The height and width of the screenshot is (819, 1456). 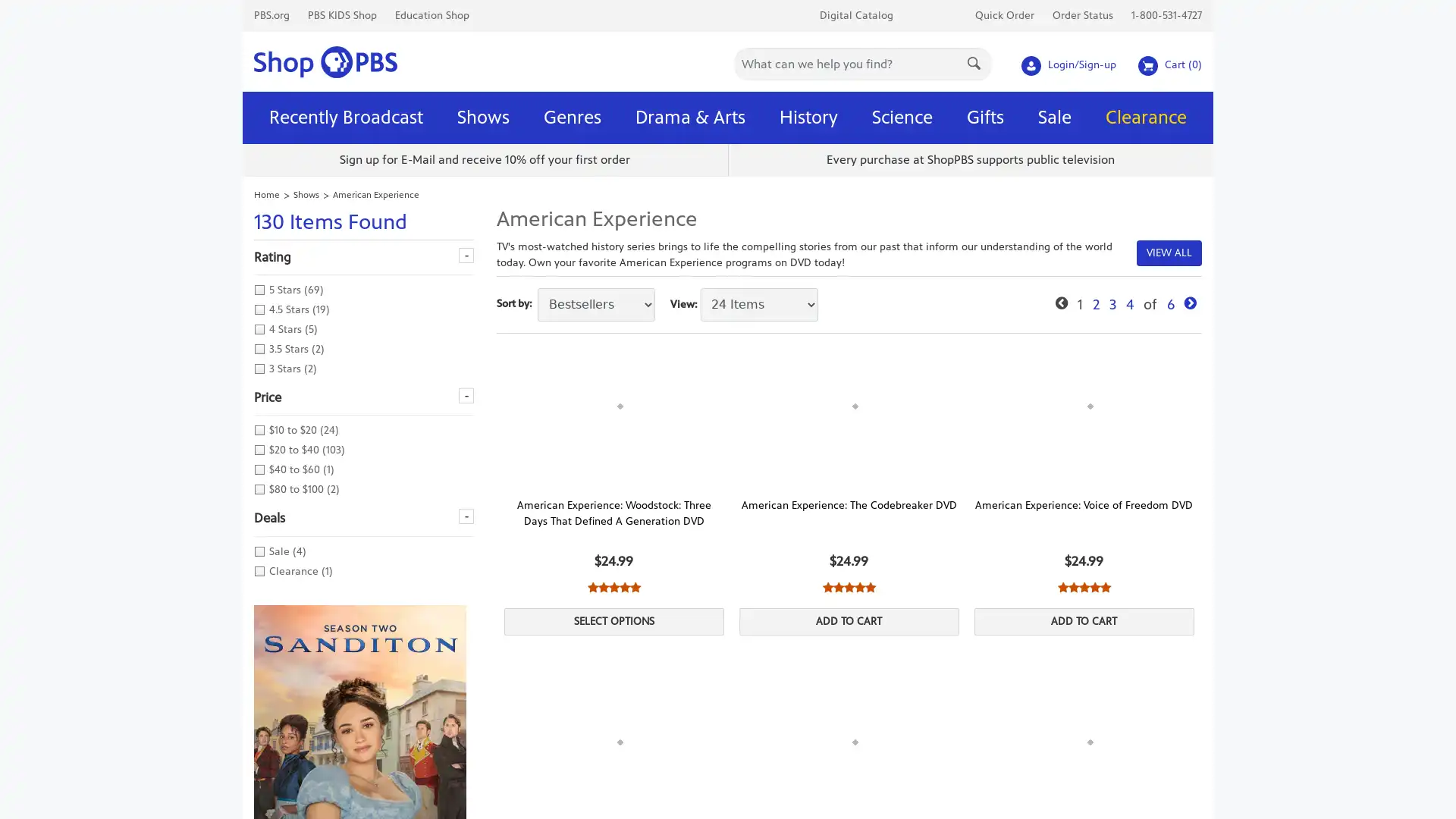 I want to click on Close, so click(x=938, y=14).